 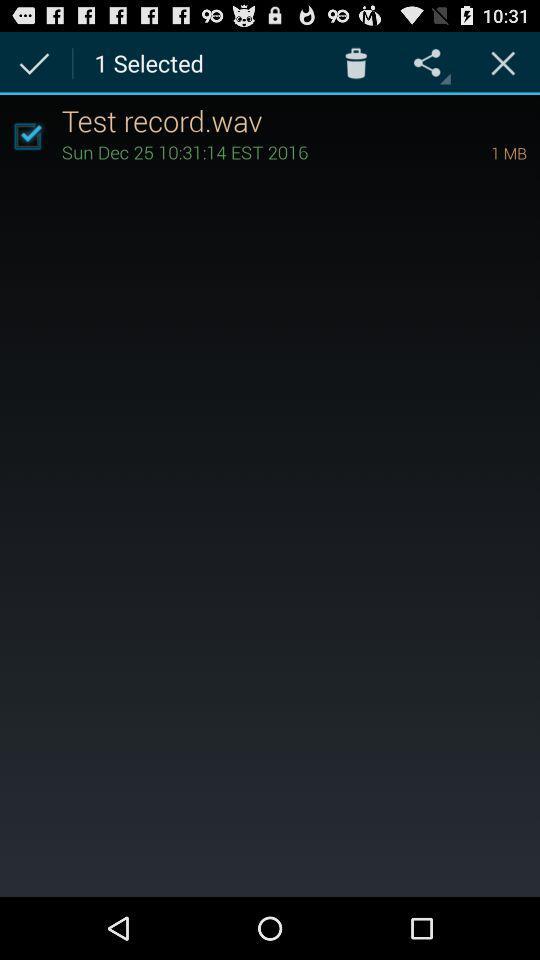 I want to click on item to the left of the test record.wav item, so click(x=26, y=135).